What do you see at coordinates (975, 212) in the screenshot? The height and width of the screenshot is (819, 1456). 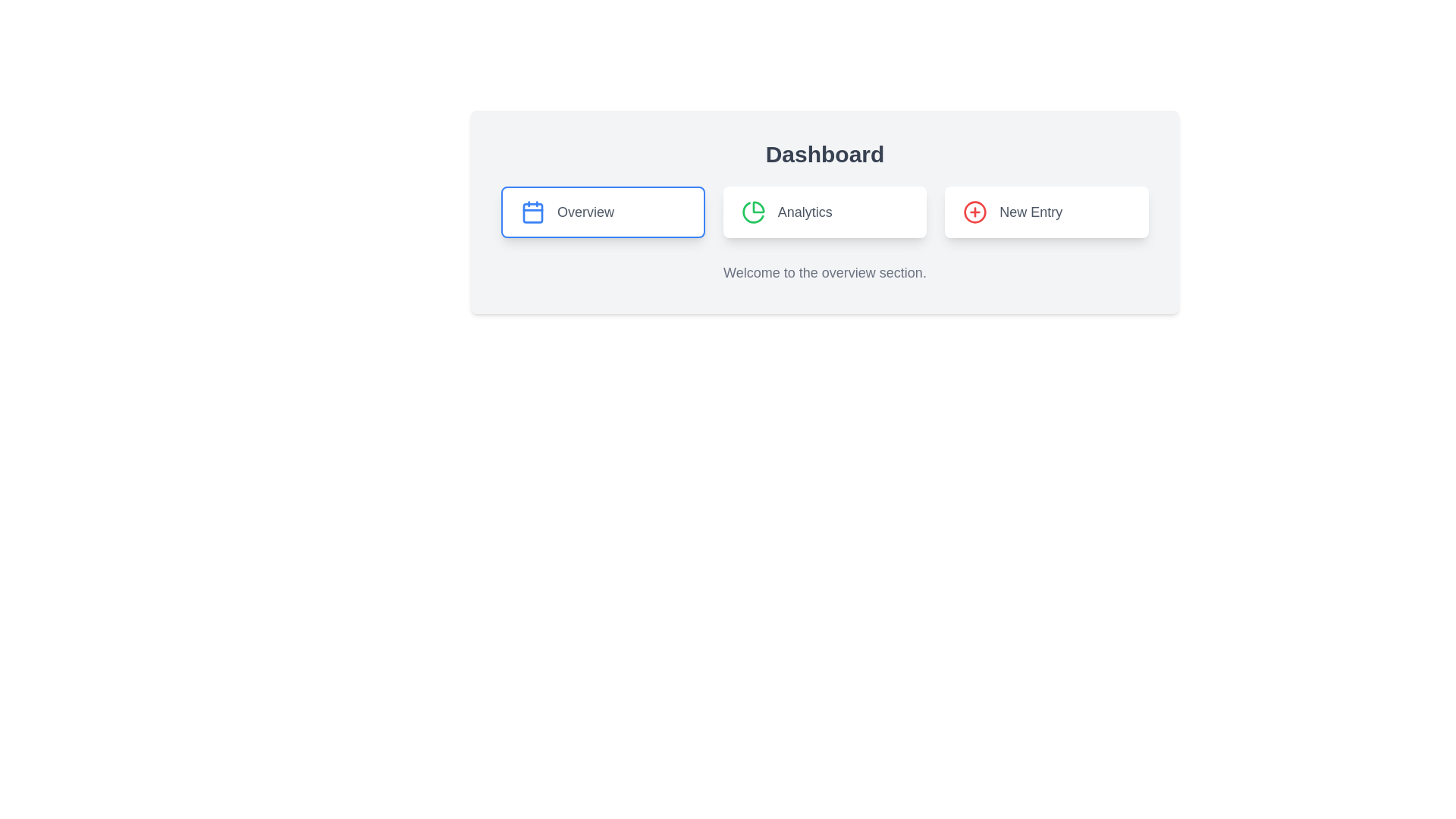 I see `the decorative icon within the 'New Entry' button located on the right side of the rectangular card under the Dashboard heading` at bounding box center [975, 212].